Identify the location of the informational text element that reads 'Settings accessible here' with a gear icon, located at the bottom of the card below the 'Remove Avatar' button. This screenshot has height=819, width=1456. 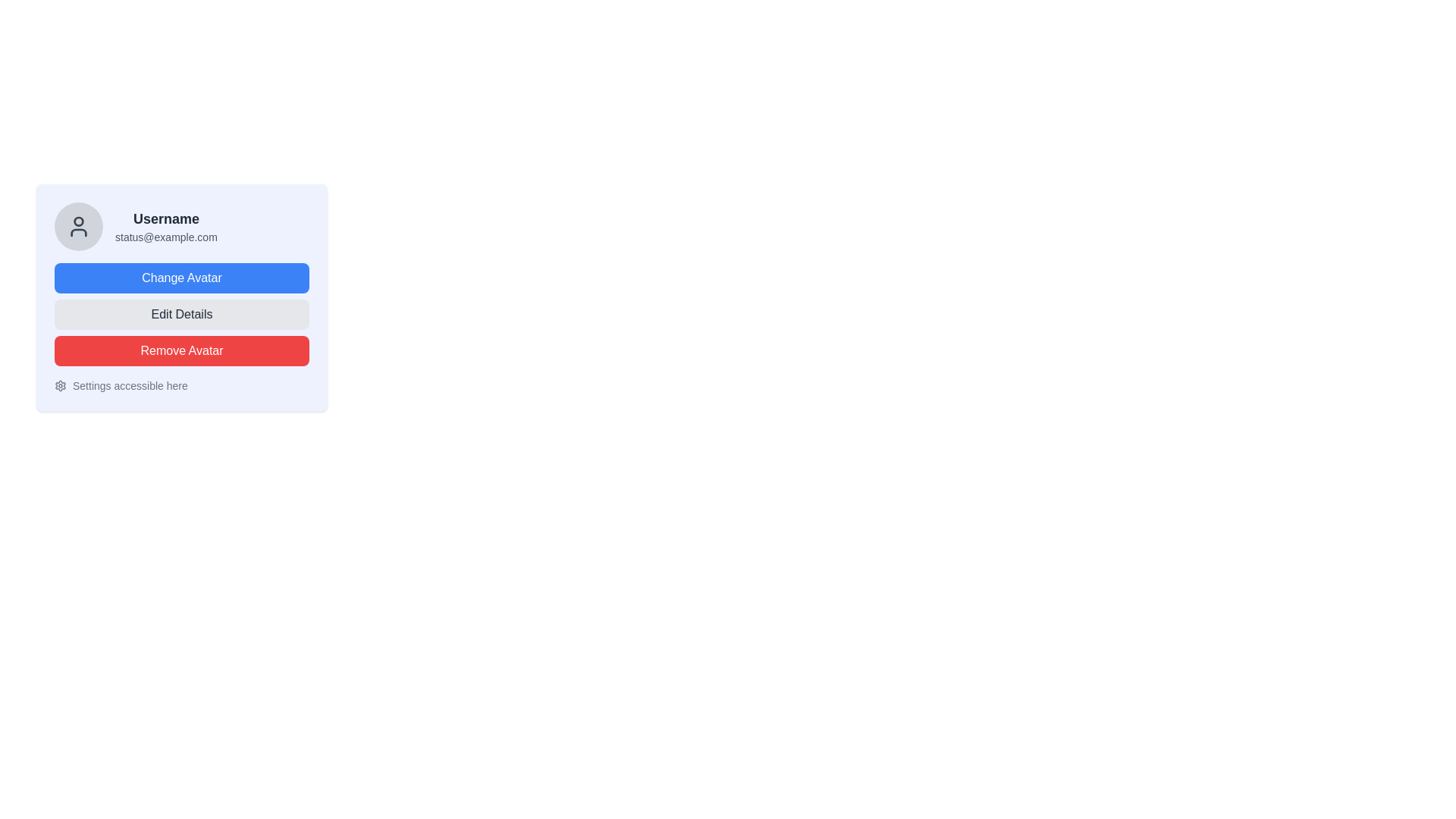
(182, 385).